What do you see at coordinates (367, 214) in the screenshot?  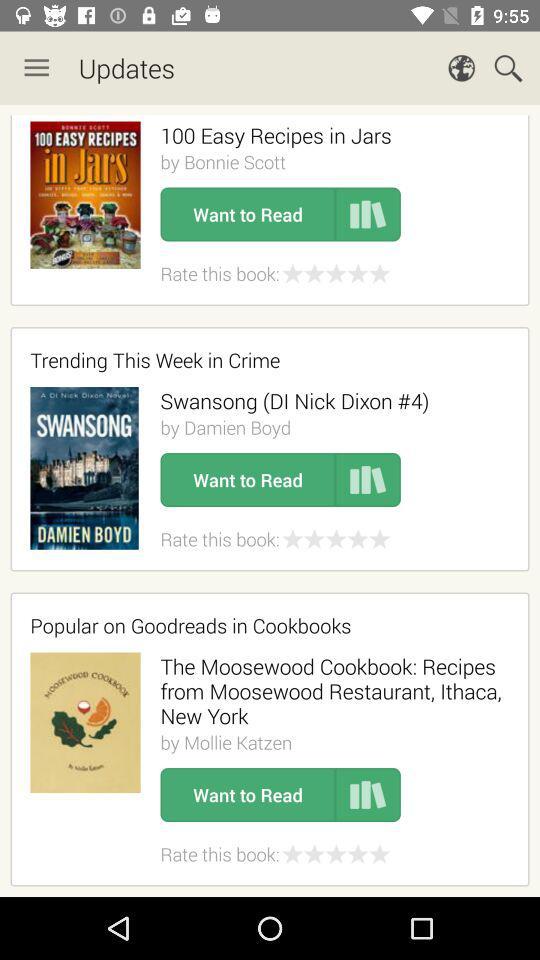 I see `display book details` at bounding box center [367, 214].